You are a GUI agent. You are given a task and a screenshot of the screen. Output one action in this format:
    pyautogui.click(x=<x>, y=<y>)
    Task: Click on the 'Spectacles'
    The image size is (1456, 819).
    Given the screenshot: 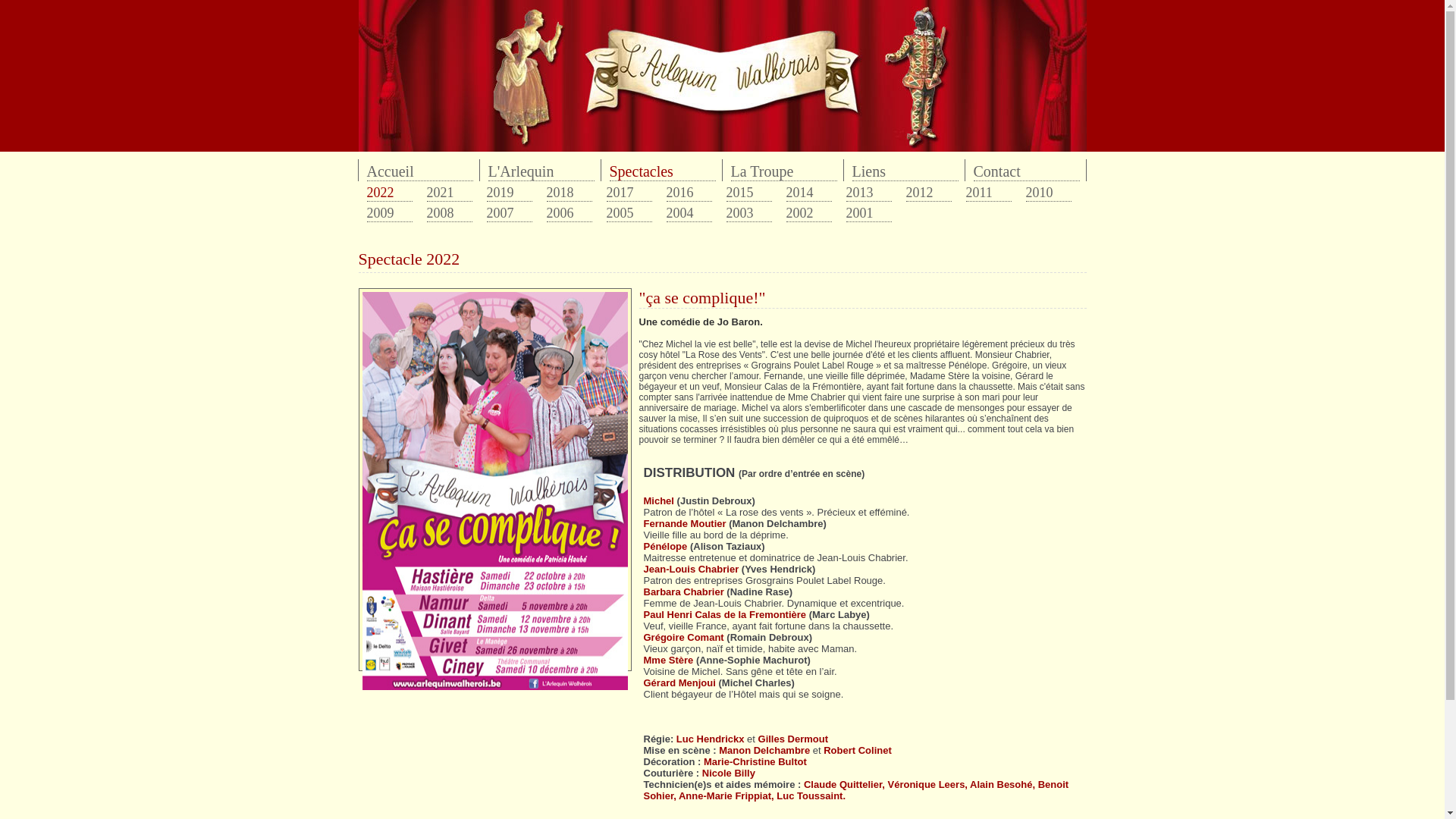 What is the action you would take?
    pyautogui.click(x=662, y=171)
    